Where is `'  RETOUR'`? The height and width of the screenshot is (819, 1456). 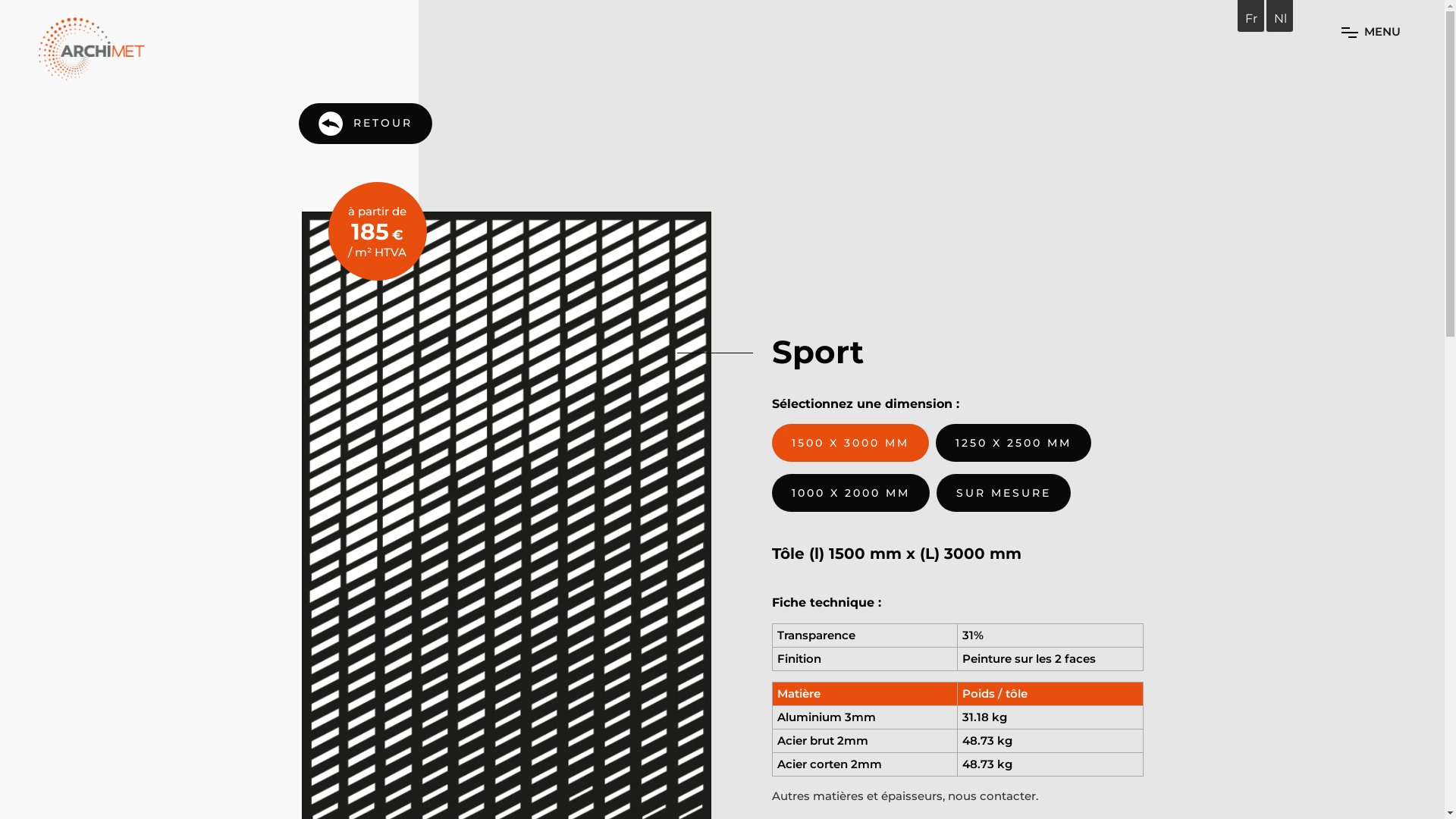
'  RETOUR' is located at coordinates (365, 122).